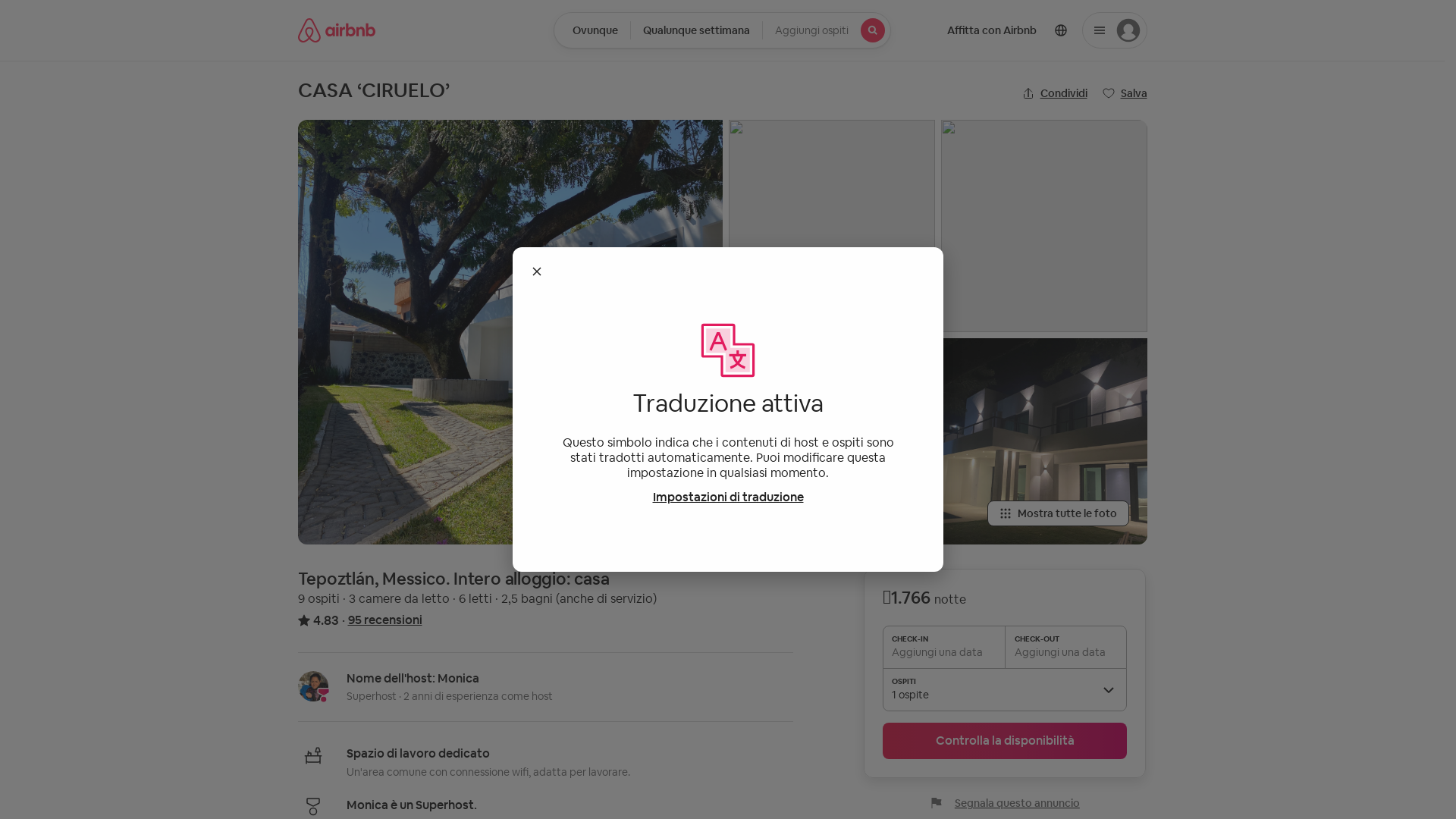 The height and width of the screenshot is (819, 1456). What do you see at coordinates (695, 30) in the screenshot?
I see `'Check-in/check-out` at bounding box center [695, 30].